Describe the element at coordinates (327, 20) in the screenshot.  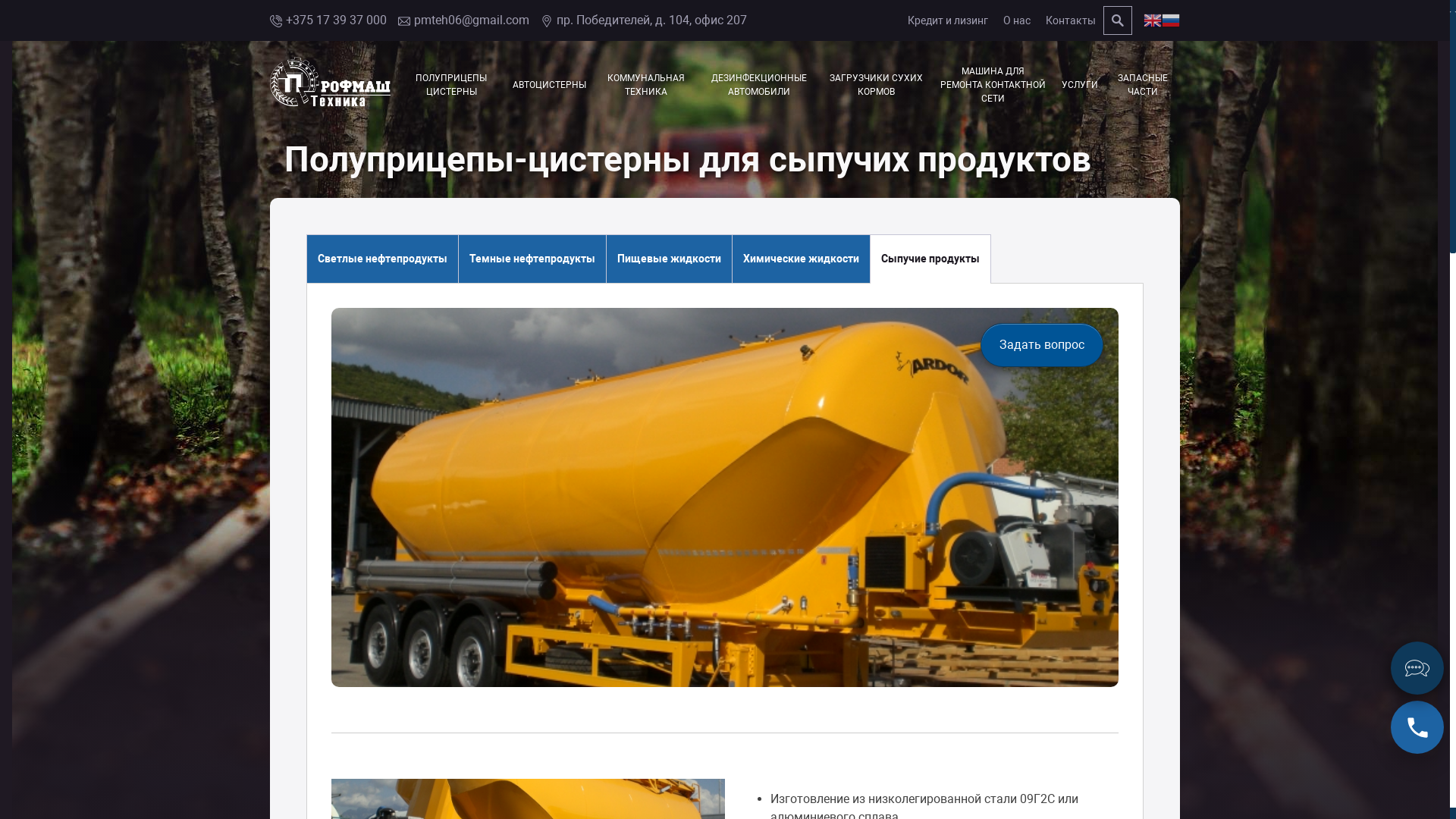
I see `'+375 17 39 37 000'` at that location.